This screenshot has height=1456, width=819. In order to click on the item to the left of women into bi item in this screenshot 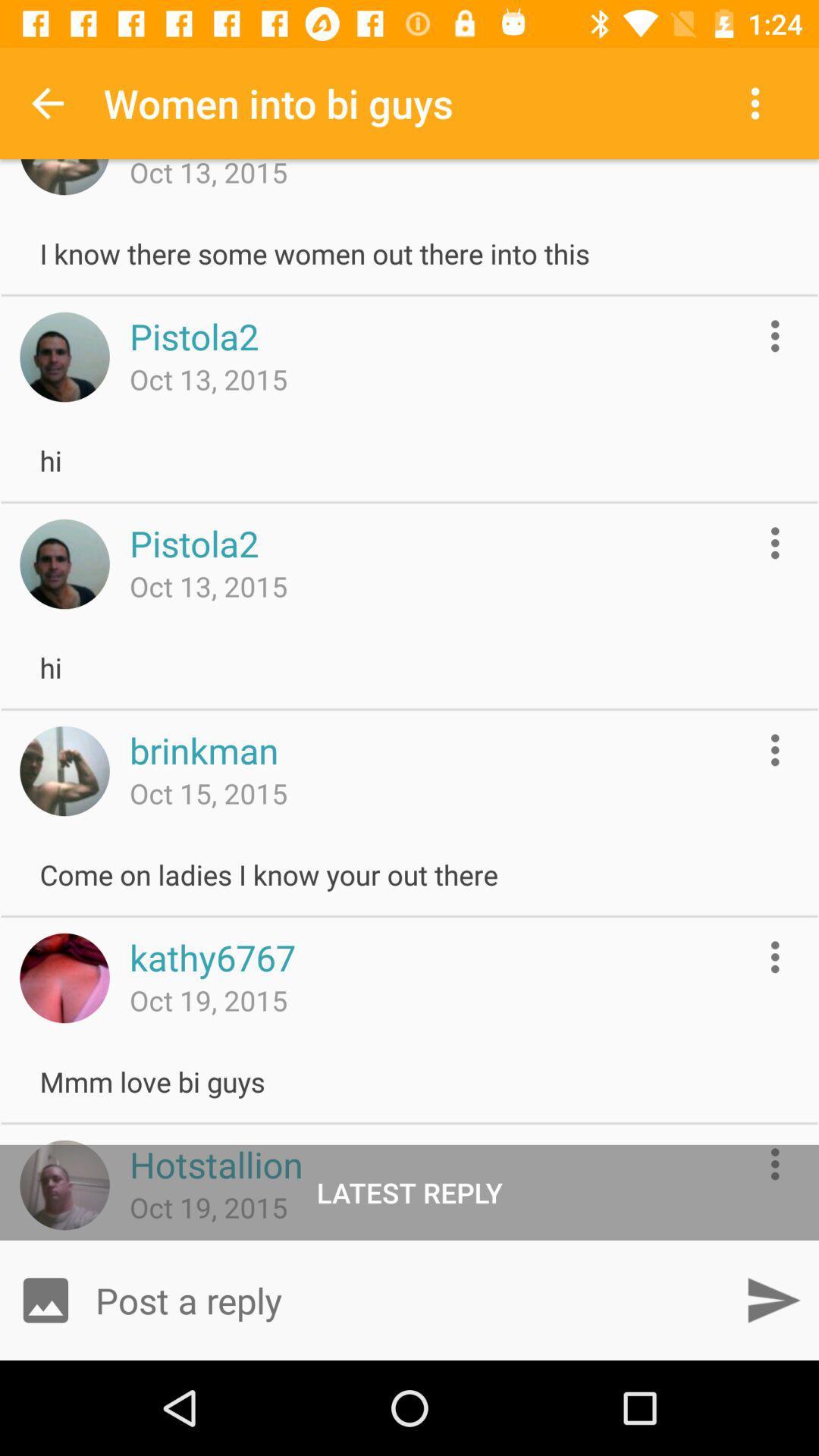, I will do `click(46, 102)`.